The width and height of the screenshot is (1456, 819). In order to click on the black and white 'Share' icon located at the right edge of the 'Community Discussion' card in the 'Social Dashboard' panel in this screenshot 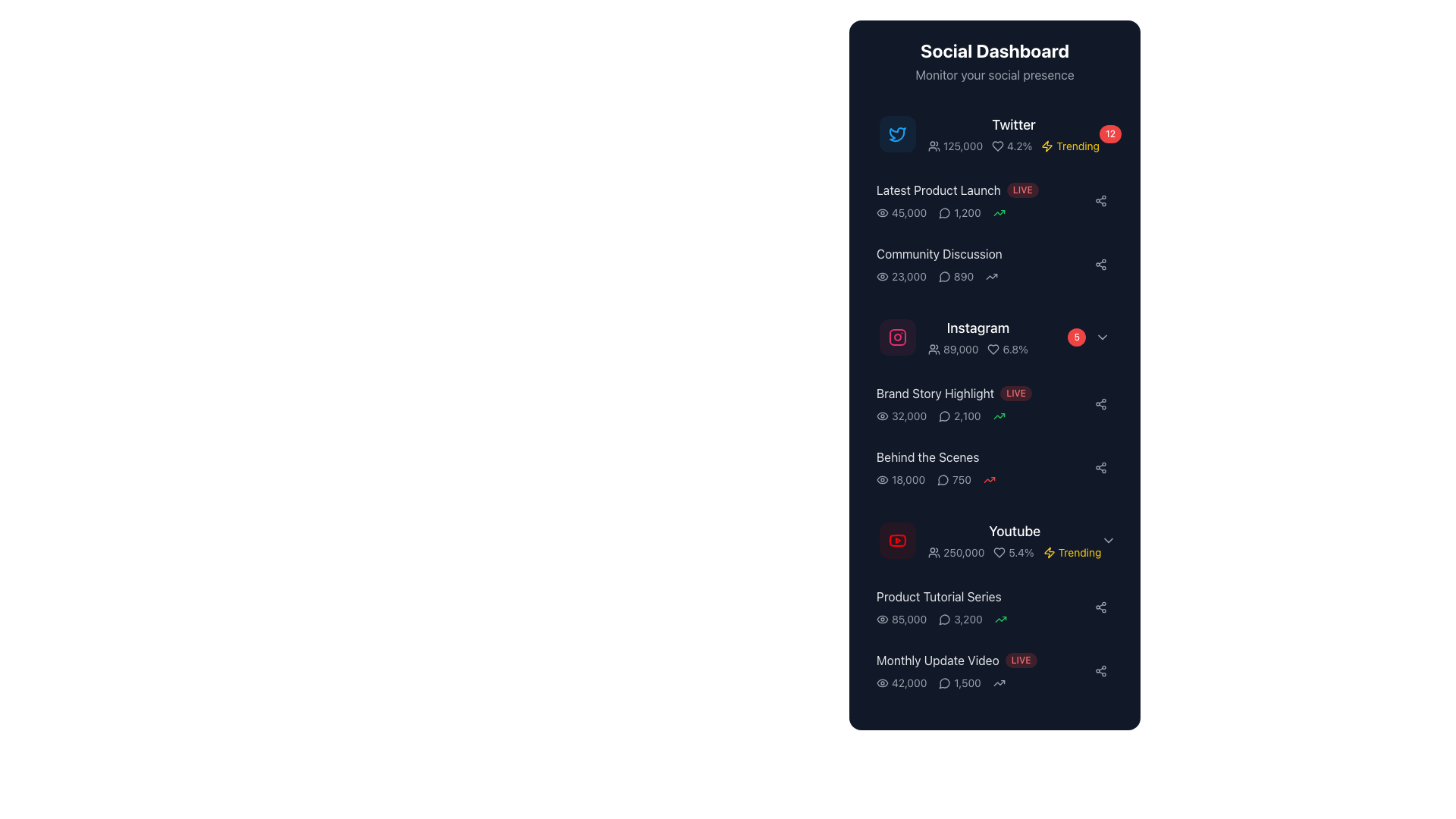, I will do `click(1100, 670)`.